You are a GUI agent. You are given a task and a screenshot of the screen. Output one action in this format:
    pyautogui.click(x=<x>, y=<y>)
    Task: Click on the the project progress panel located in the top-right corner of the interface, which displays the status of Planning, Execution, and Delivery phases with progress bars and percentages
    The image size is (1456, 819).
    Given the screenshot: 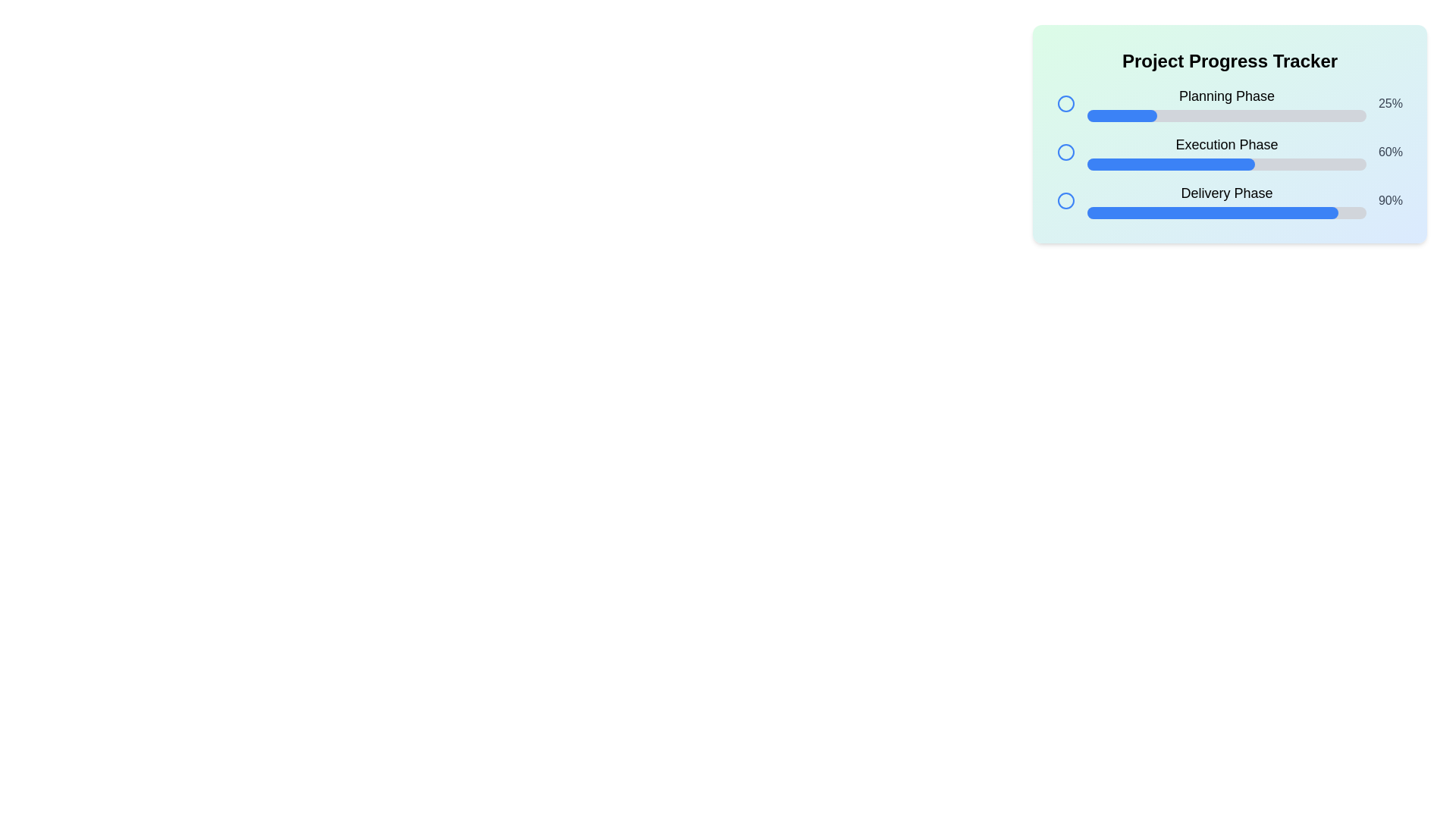 What is the action you would take?
    pyautogui.click(x=1230, y=133)
    